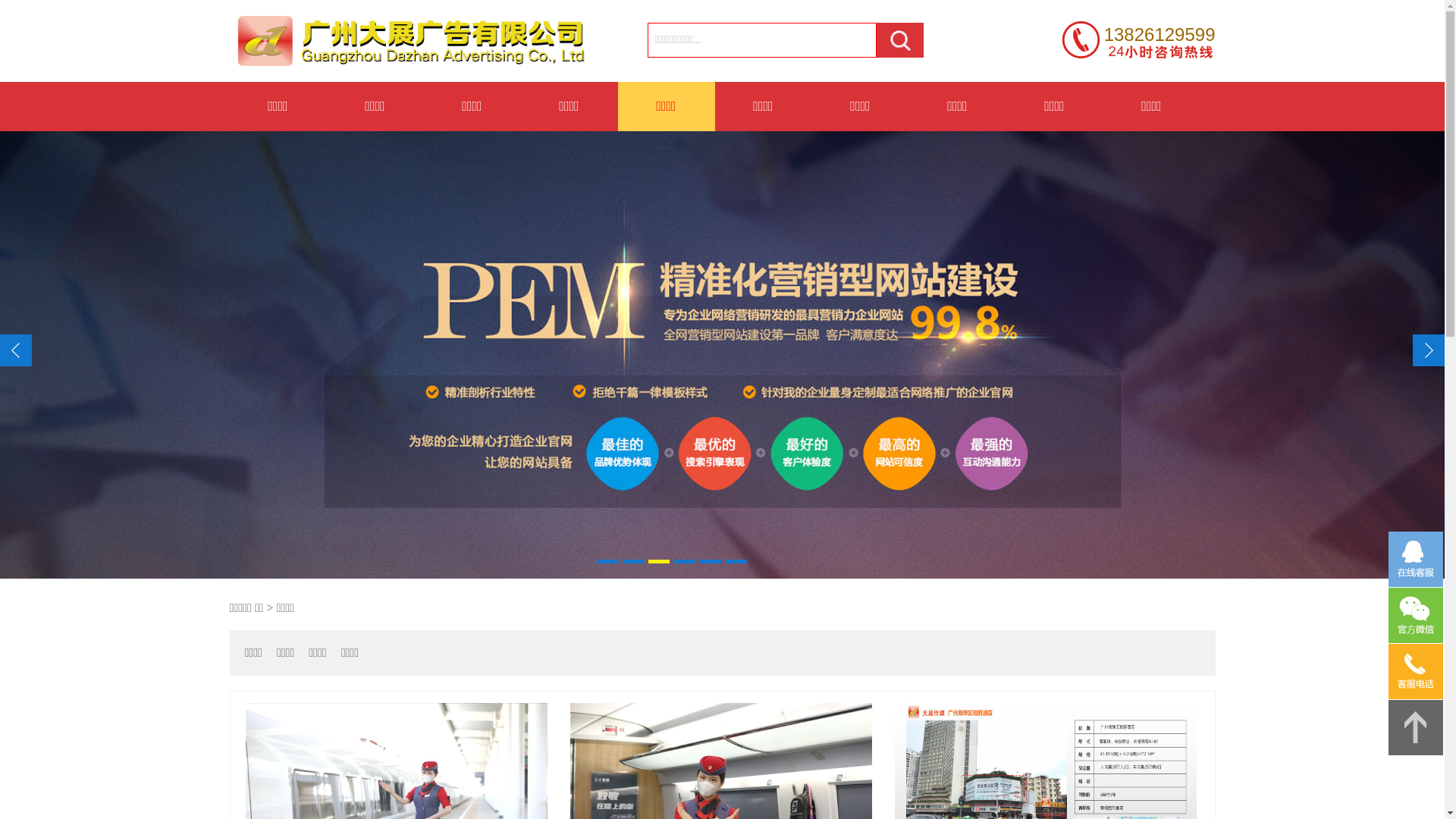 This screenshot has height=819, width=1456. Describe the element at coordinates (658, 561) in the screenshot. I see `'3'` at that location.